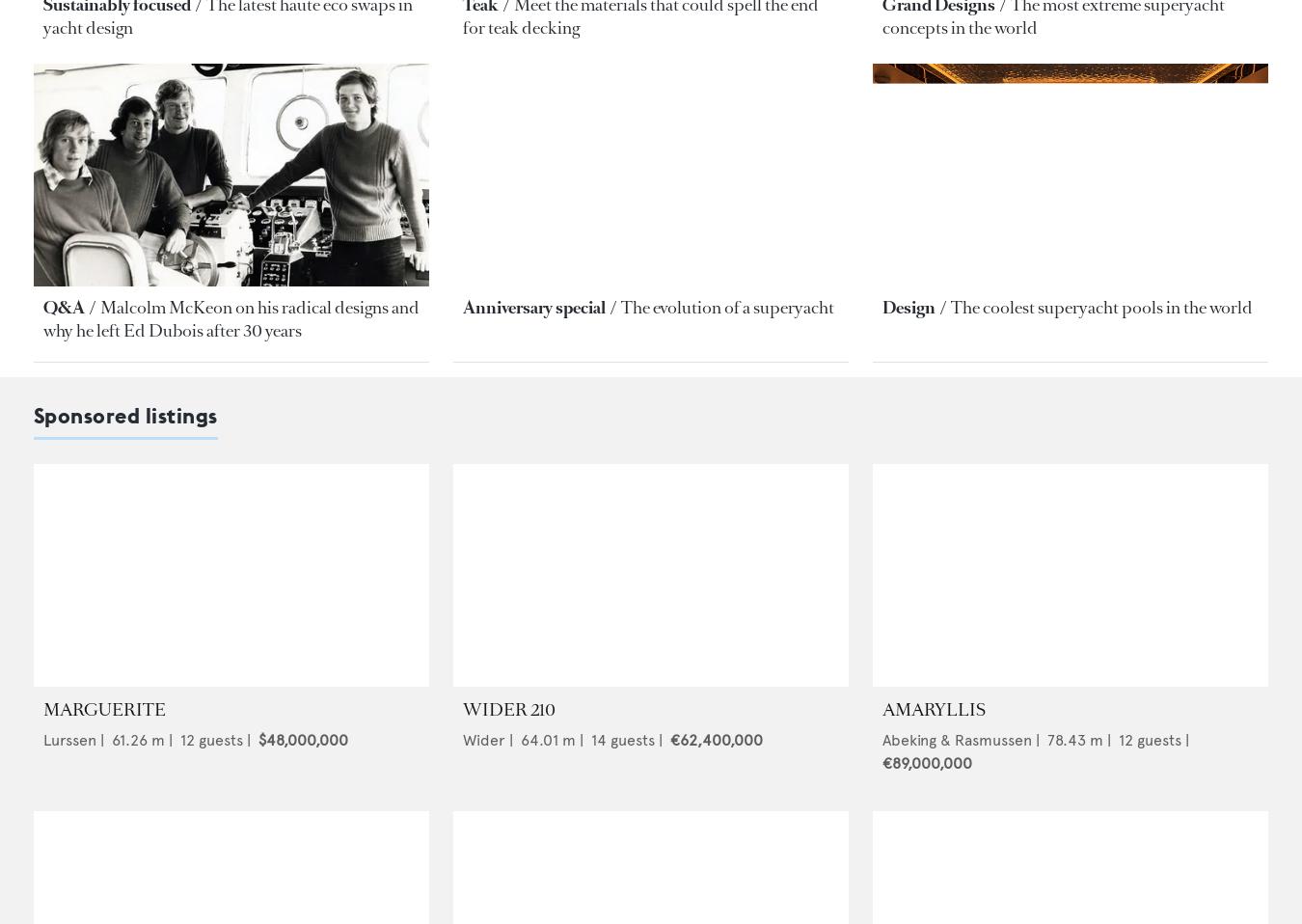  Describe the element at coordinates (462, 708) in the screenshot. I see `'WIDER 210'` at that location.